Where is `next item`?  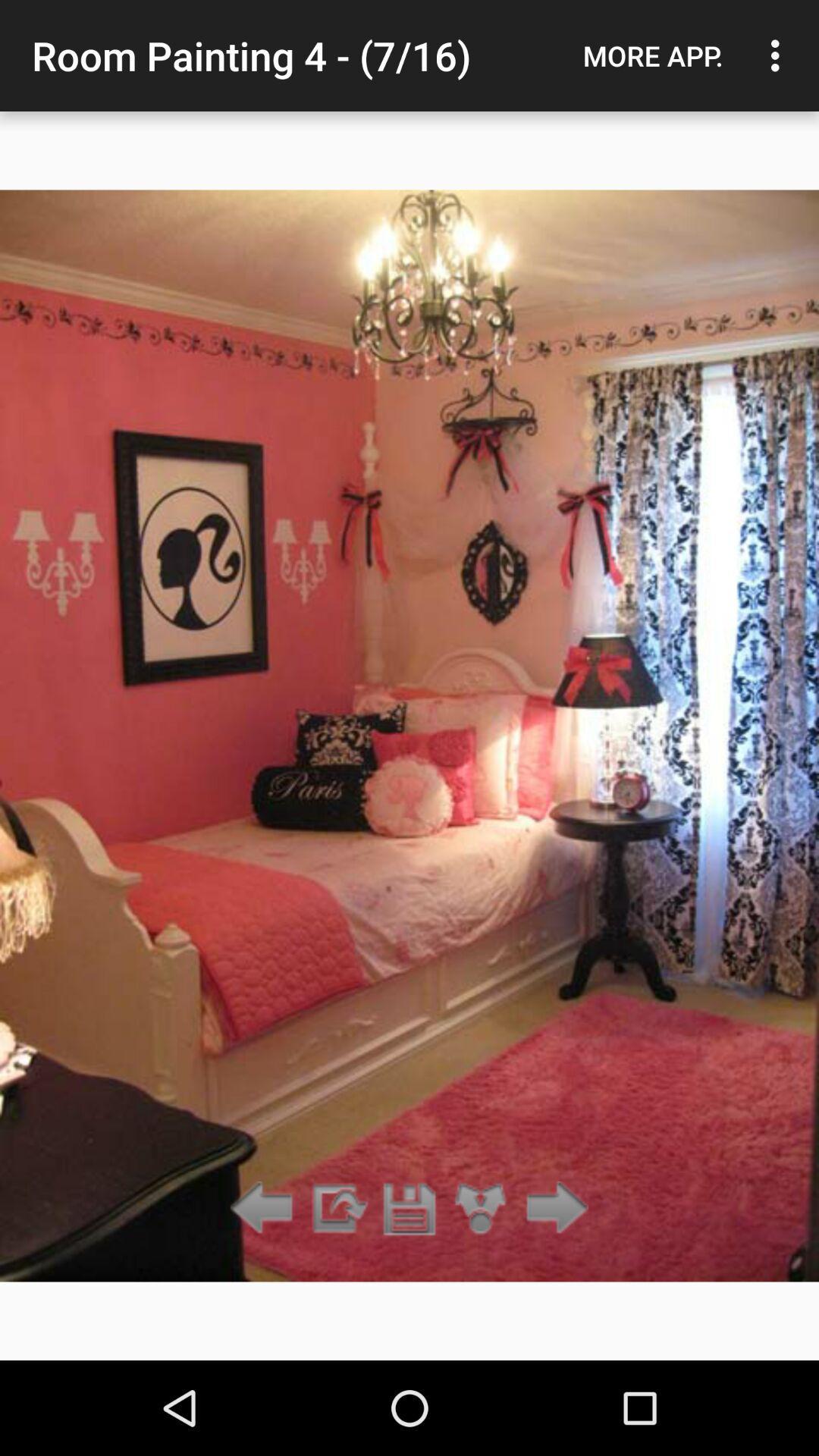 next item is located at coordinates (553, 1208).